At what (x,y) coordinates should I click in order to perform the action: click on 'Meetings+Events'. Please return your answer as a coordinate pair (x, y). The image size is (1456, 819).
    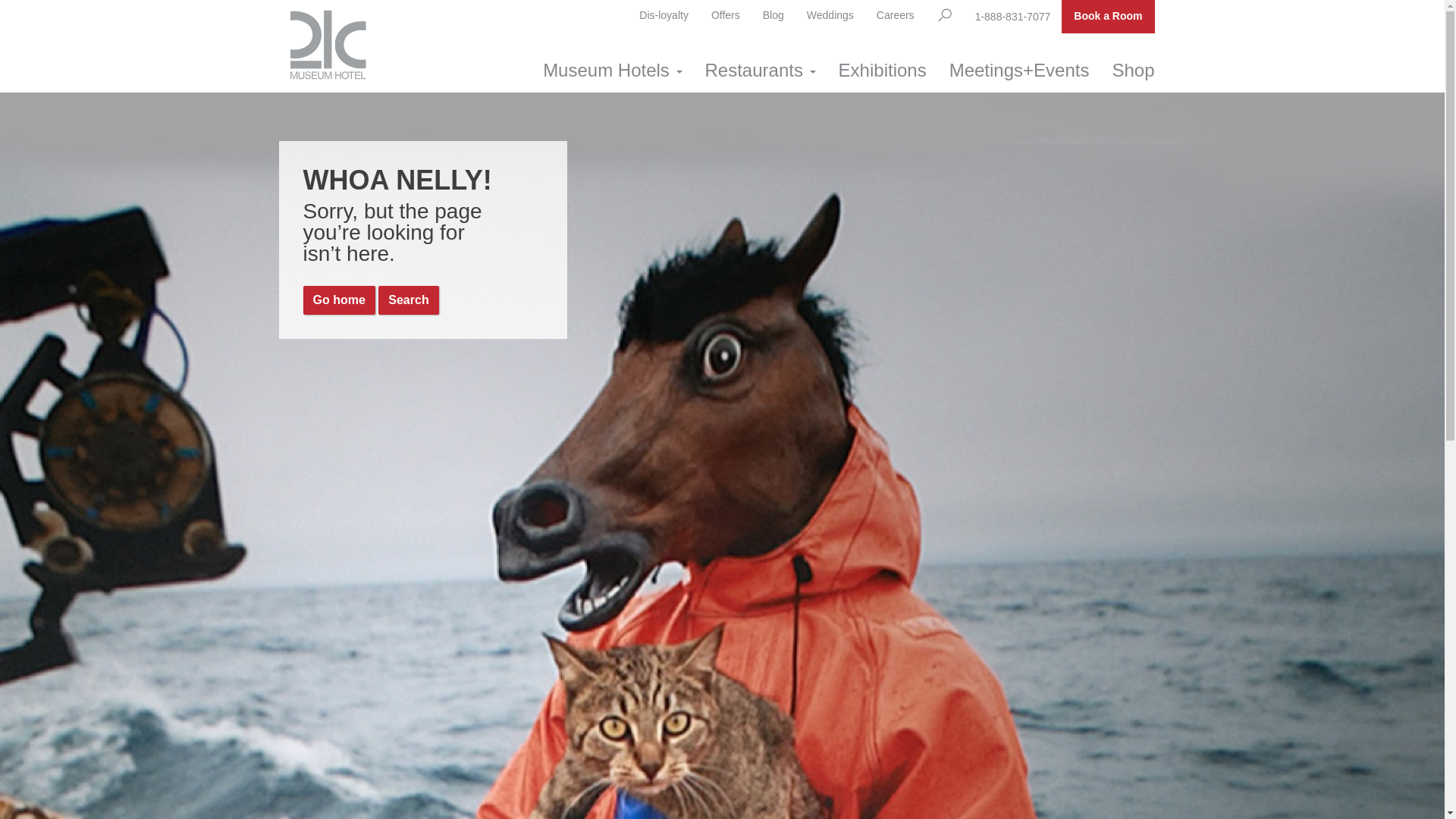
    Looking at the image, I should click on (1019, 70).